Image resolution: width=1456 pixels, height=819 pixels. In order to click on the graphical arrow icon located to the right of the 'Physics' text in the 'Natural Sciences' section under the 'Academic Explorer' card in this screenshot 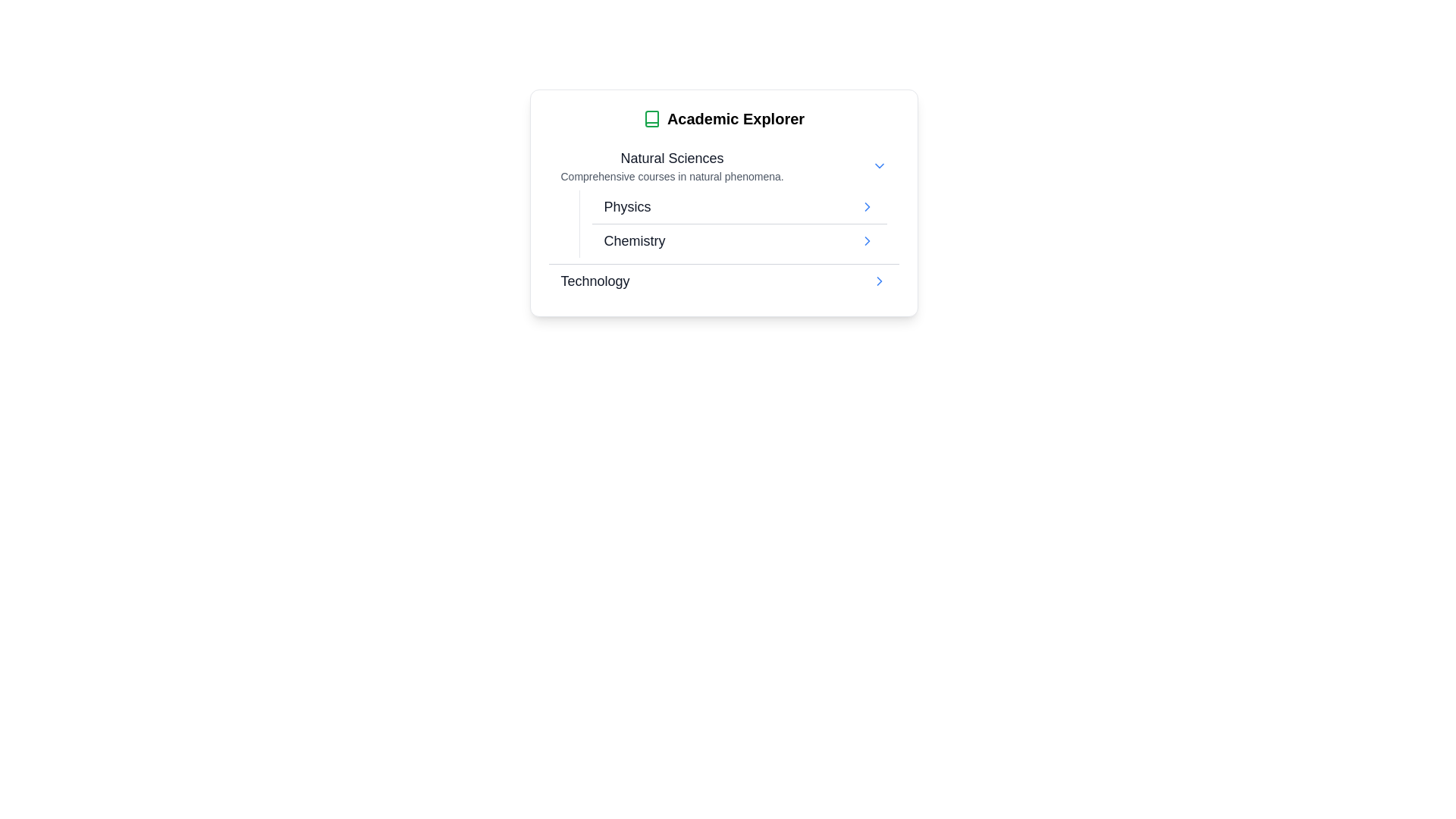, I will do `click(867, 207)`.